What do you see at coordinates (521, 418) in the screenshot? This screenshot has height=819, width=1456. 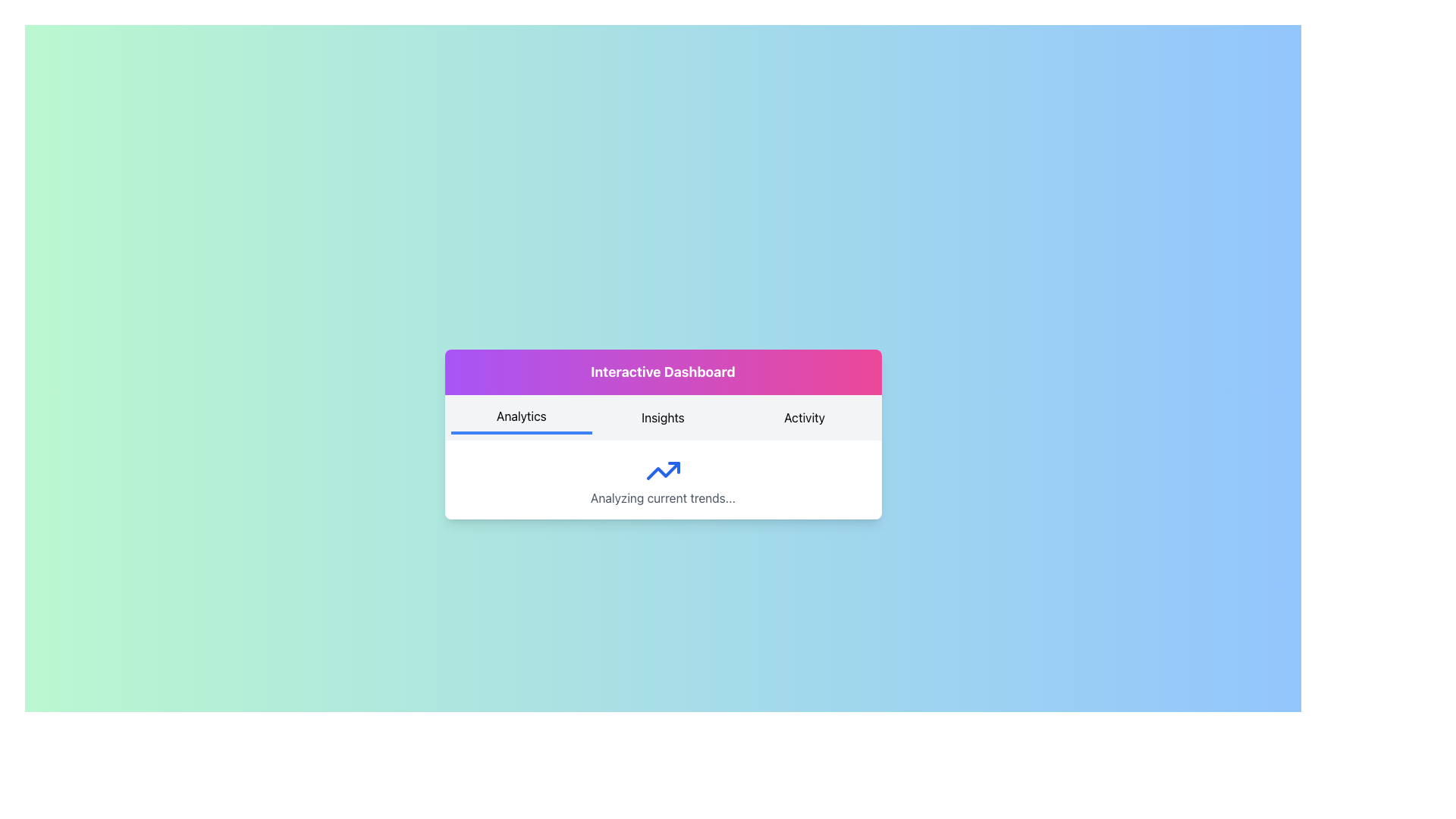 I see `the leftmost tab in the navigation bar labeled 'Analytics'` at bounding box center [521, 418].